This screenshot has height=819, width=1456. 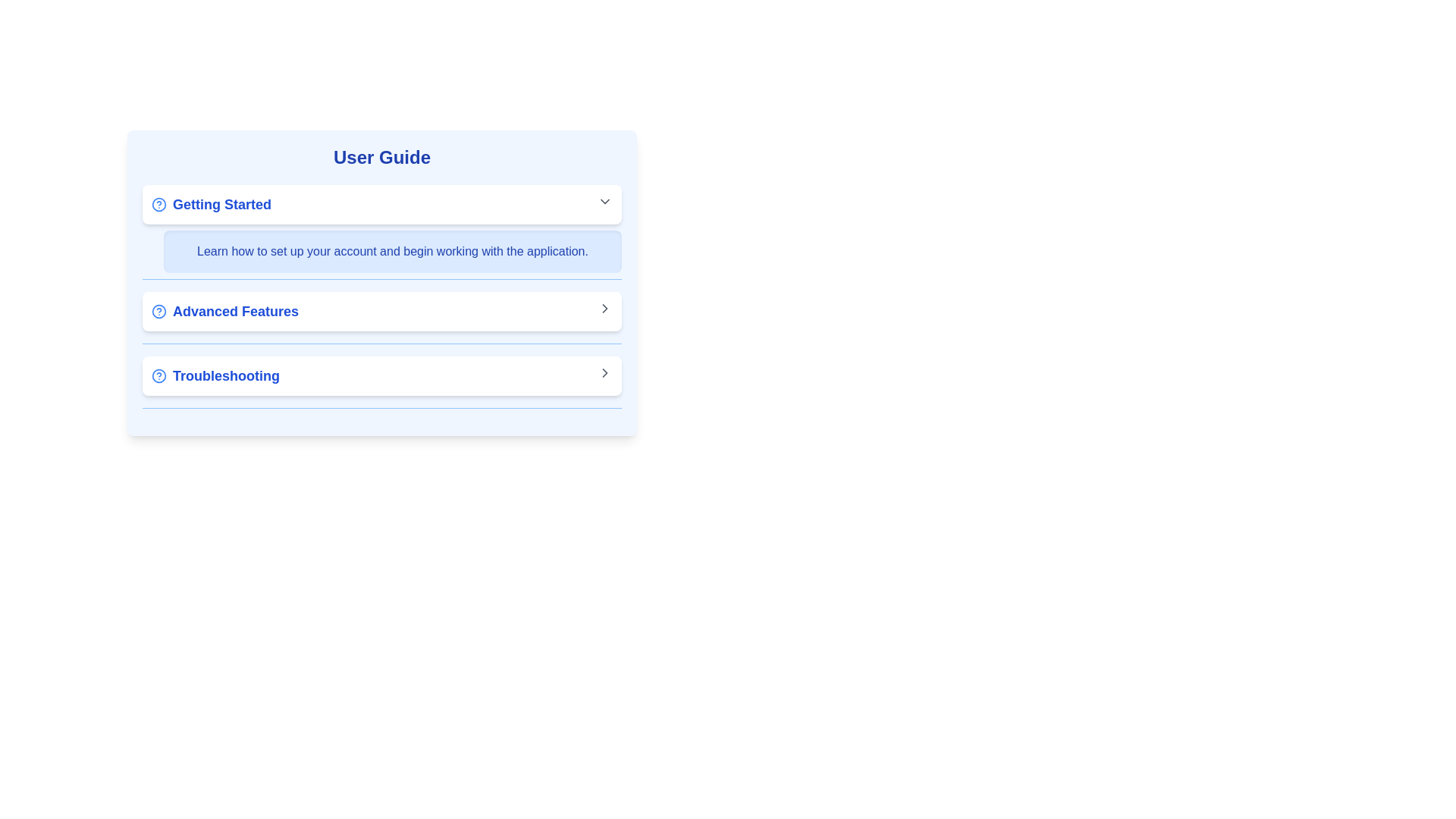 I want to click on the 'Troubleshooting' navigation option, which is the second entry under 'User Guide,', so click(x=215, y=375).